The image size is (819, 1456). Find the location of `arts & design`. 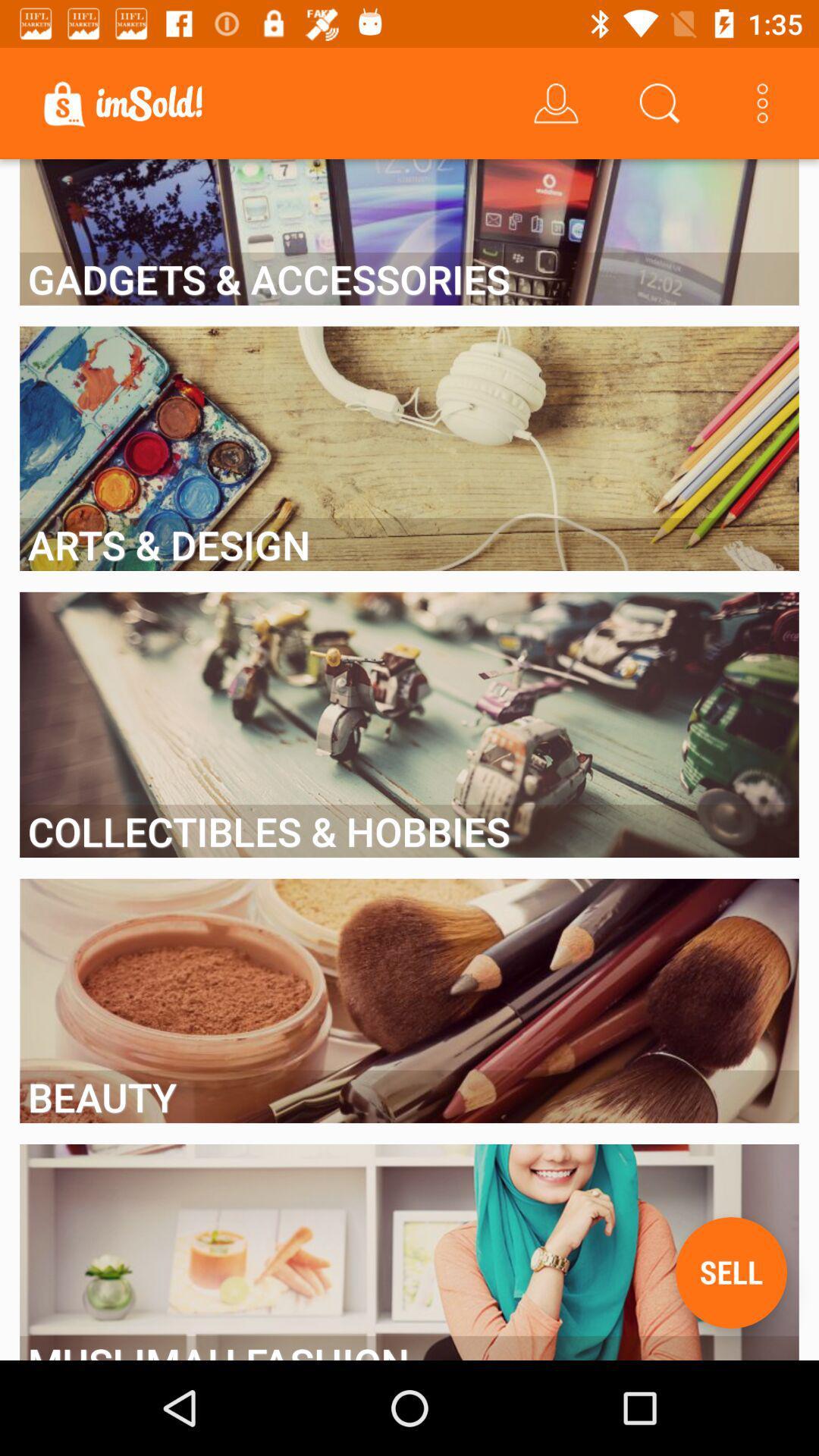

arts & design is located at coordinates (409, 544).